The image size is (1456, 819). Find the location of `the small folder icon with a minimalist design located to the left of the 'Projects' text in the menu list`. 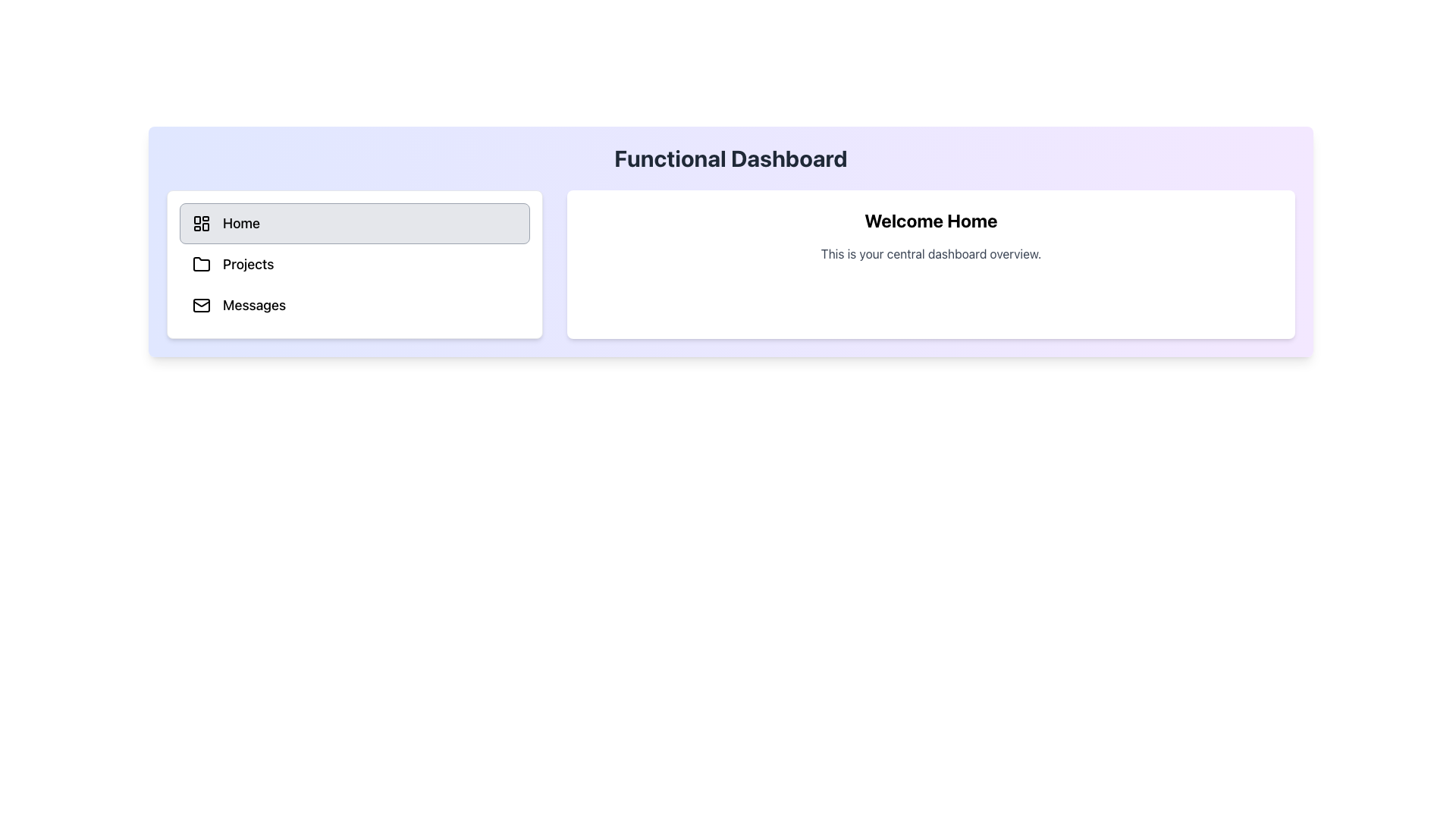

the small folder icon with a minimalist design located to the left of the 'Projects' text in the menu list is located at coordinates (200, 263).